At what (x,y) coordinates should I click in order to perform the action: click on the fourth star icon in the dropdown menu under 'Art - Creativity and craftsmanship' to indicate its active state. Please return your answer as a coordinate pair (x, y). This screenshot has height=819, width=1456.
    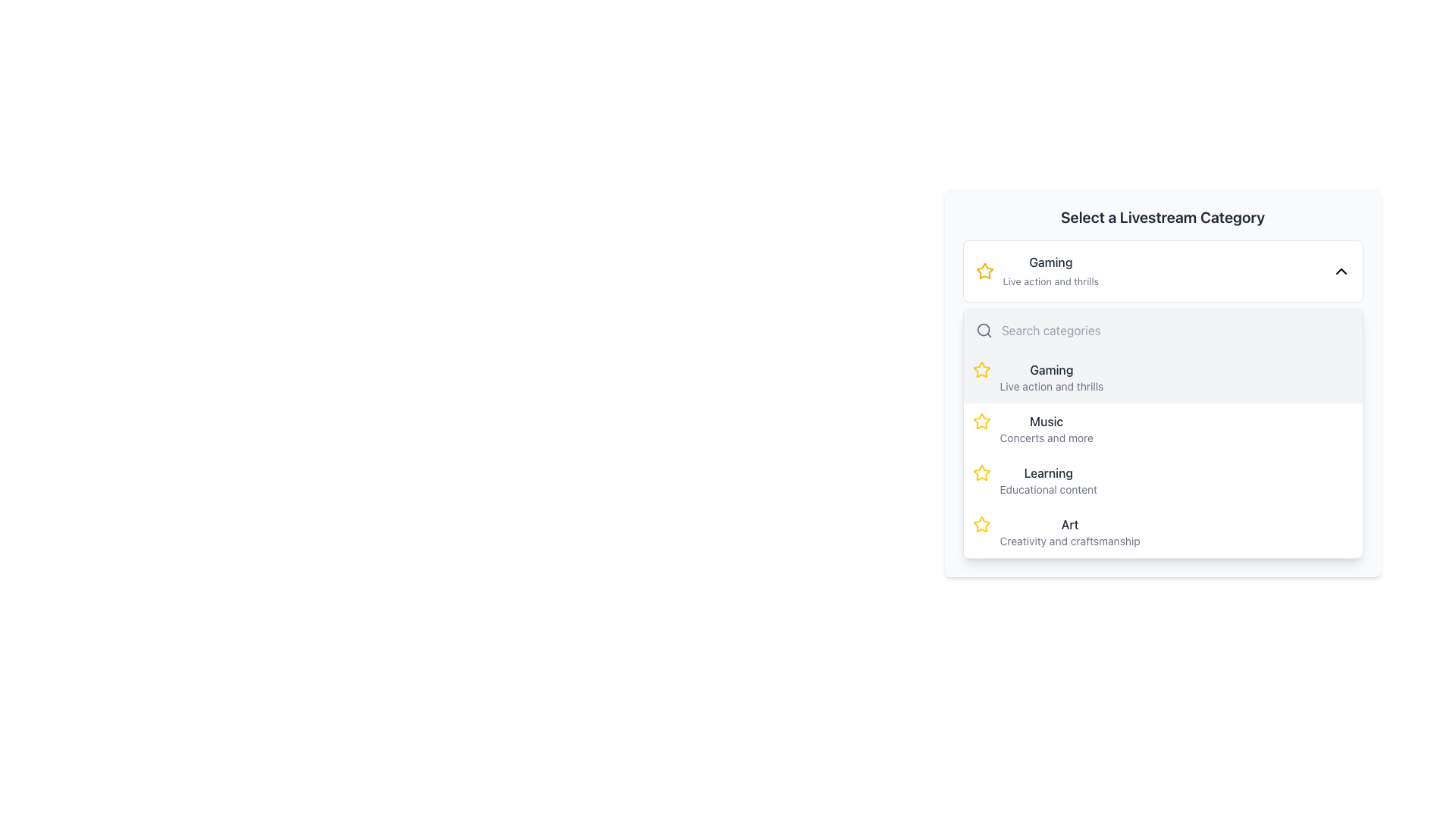
    Looking at the image, I should click on (981, 523).